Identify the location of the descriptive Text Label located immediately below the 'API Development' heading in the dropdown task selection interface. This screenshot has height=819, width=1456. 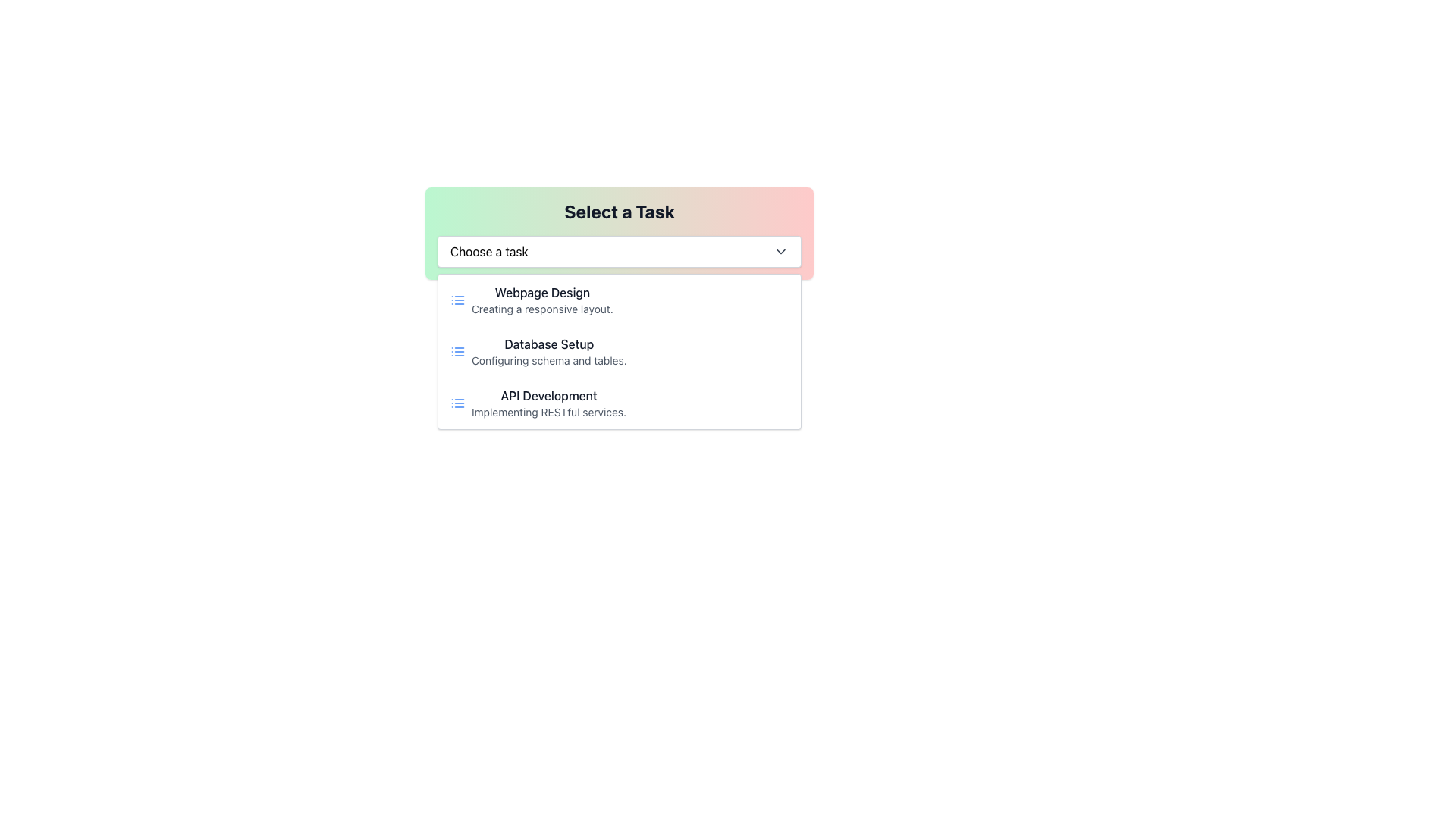
(548, 412).